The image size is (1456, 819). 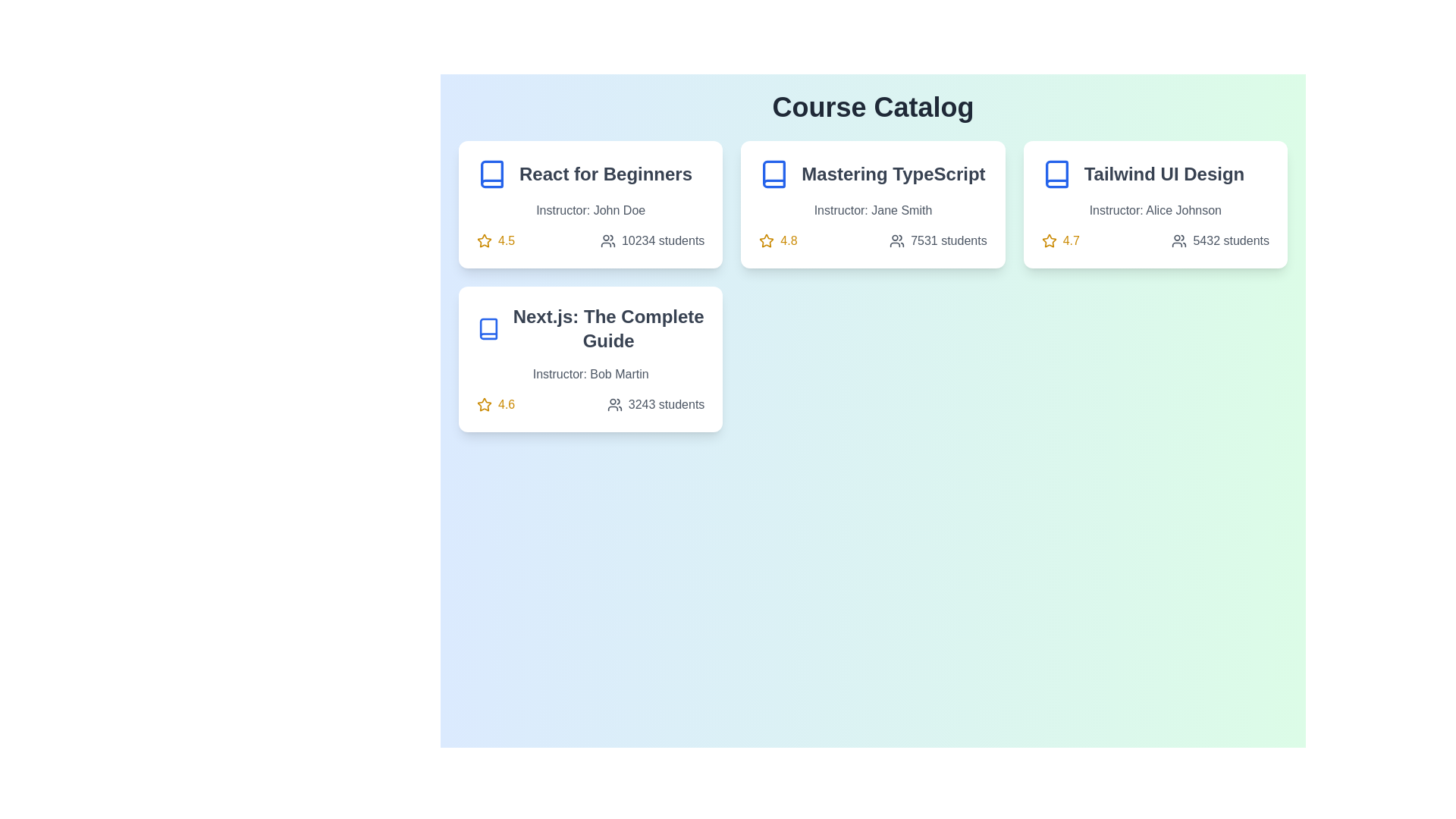 I want to click on the icon representing the number of enrolled students, located in the bottom-left card next to the text '3243 students', so click(x=614, y=403).